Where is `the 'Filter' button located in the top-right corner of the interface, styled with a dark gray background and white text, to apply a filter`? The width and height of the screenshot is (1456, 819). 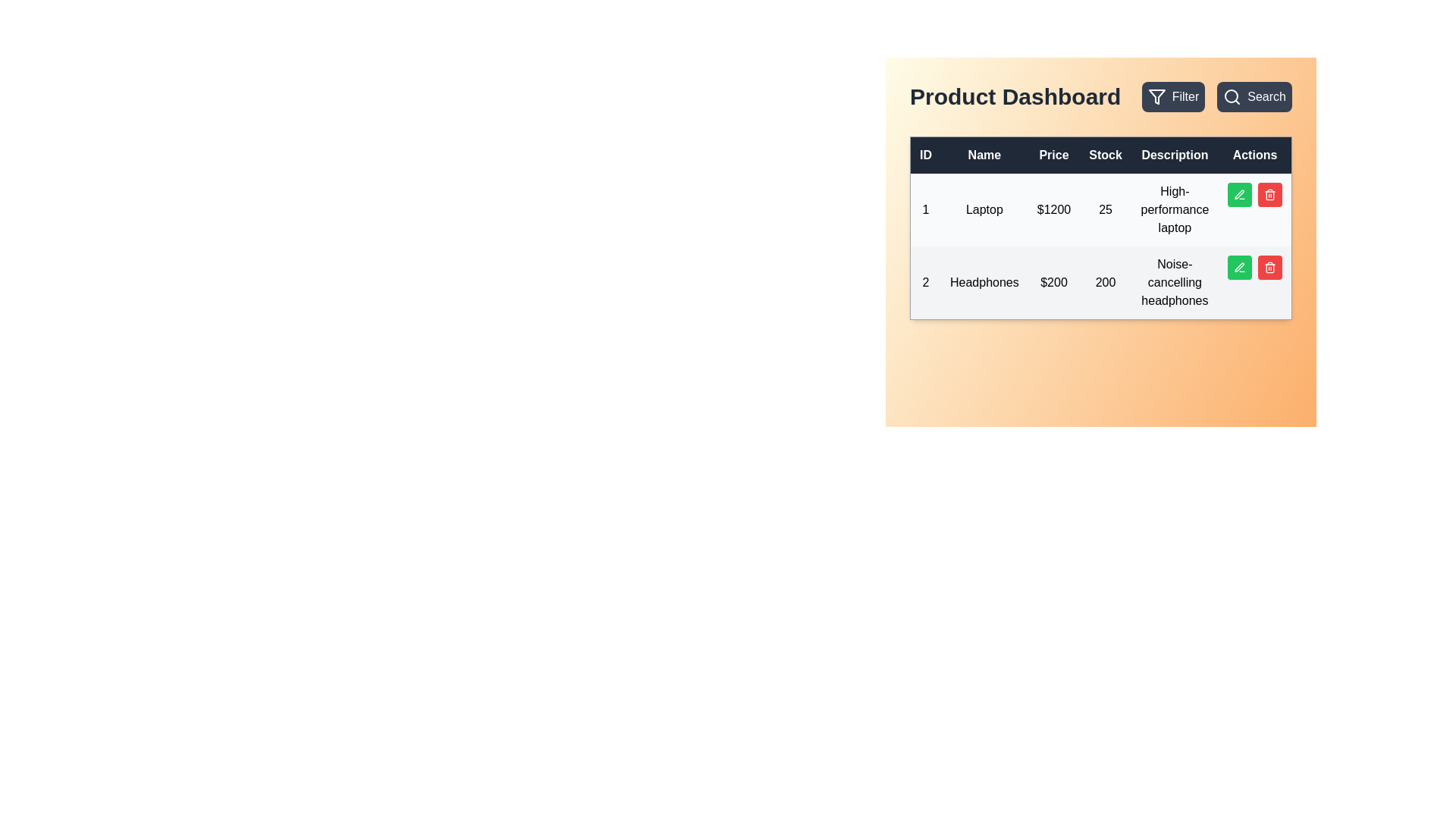 the 'Filter' button located in the top-right corner of the interface, styled with a dark gray background and white text, to apply a filter is located at coordinates (1172, 96).